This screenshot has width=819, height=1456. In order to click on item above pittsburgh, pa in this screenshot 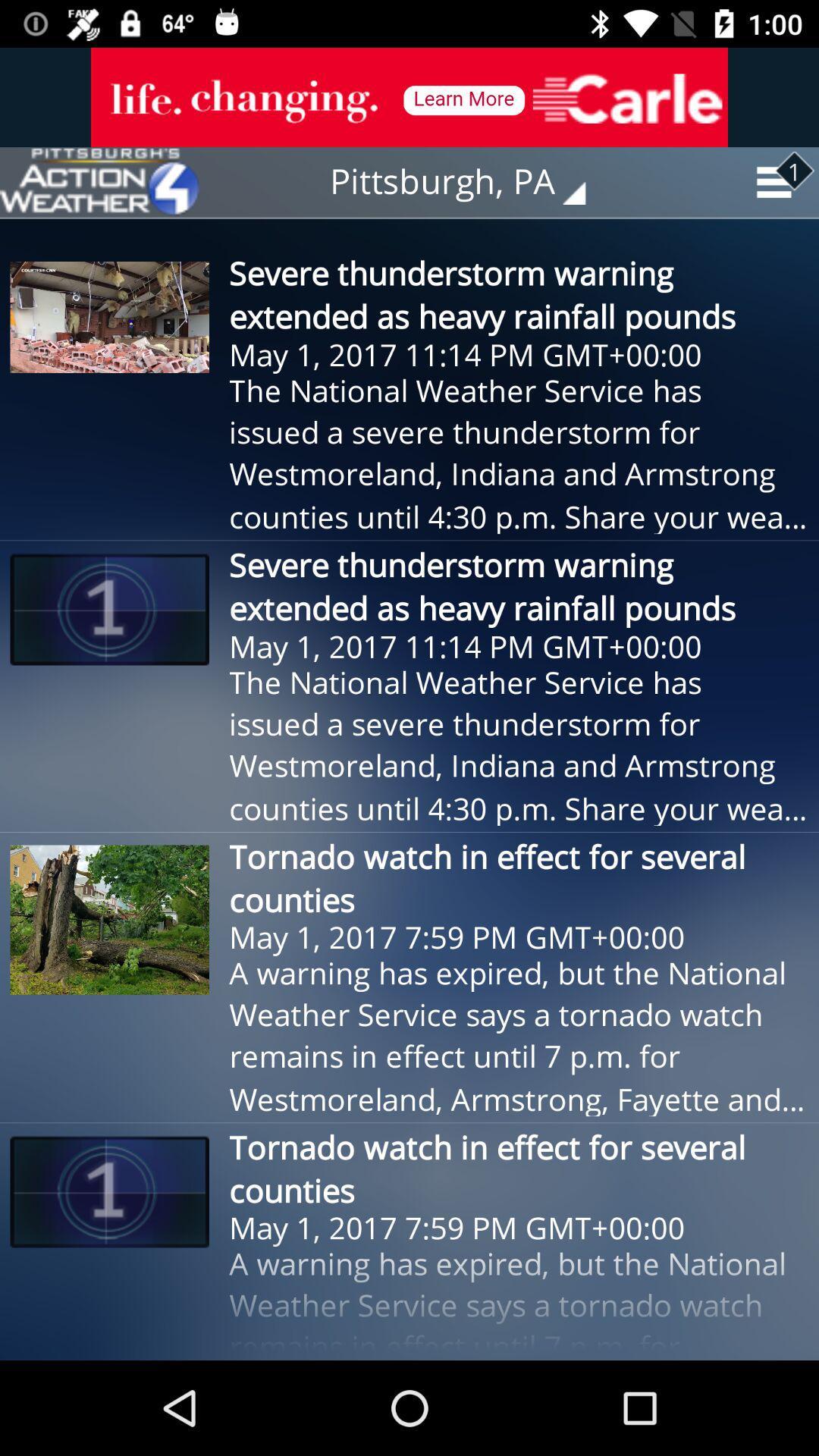, I will do `click(409, 96)`.